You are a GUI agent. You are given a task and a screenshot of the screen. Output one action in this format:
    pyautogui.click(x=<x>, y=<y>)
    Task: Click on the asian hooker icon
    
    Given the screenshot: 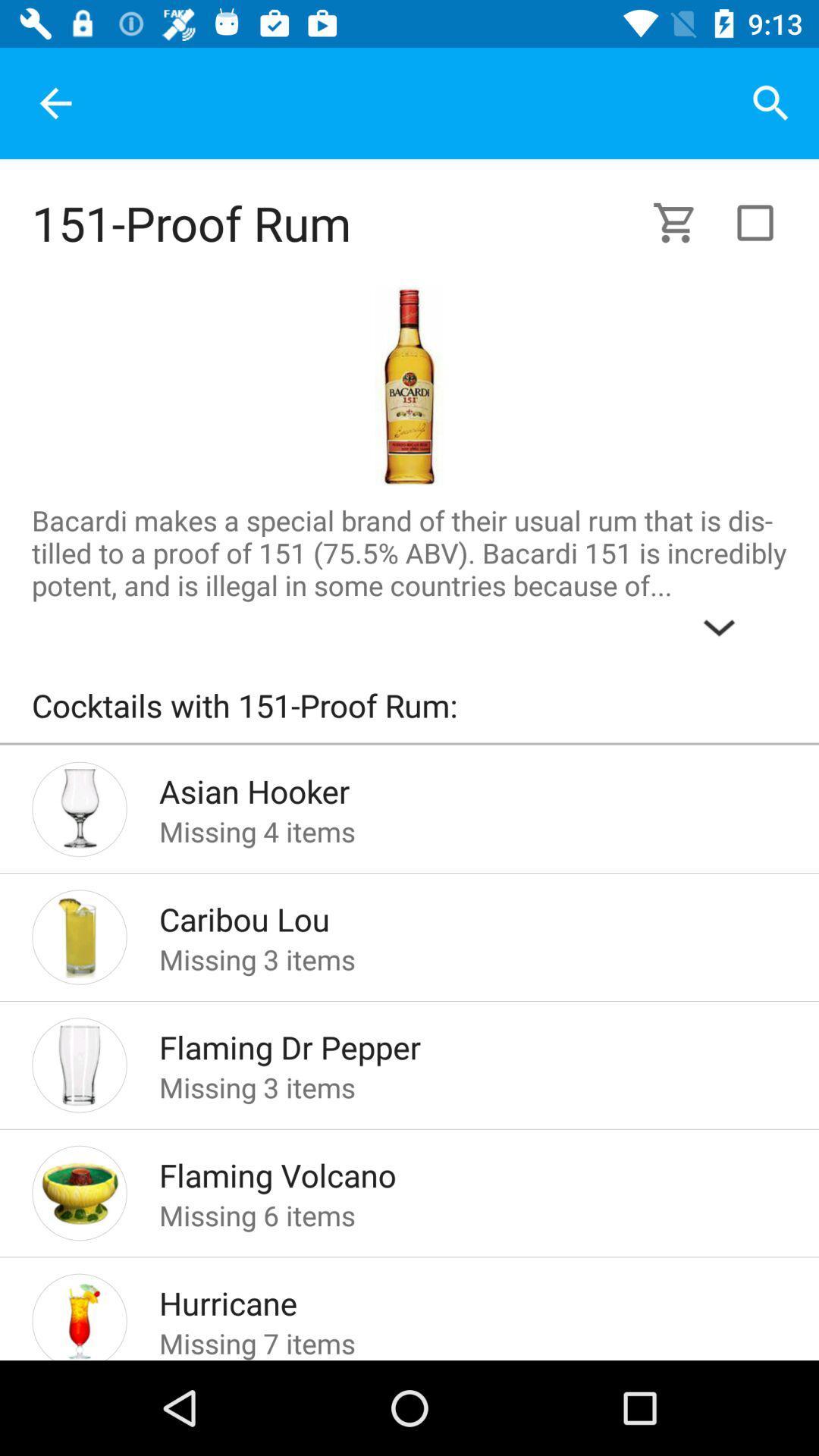 What is the action you would take?
    pyautogui.click(x=448, y=786)
    